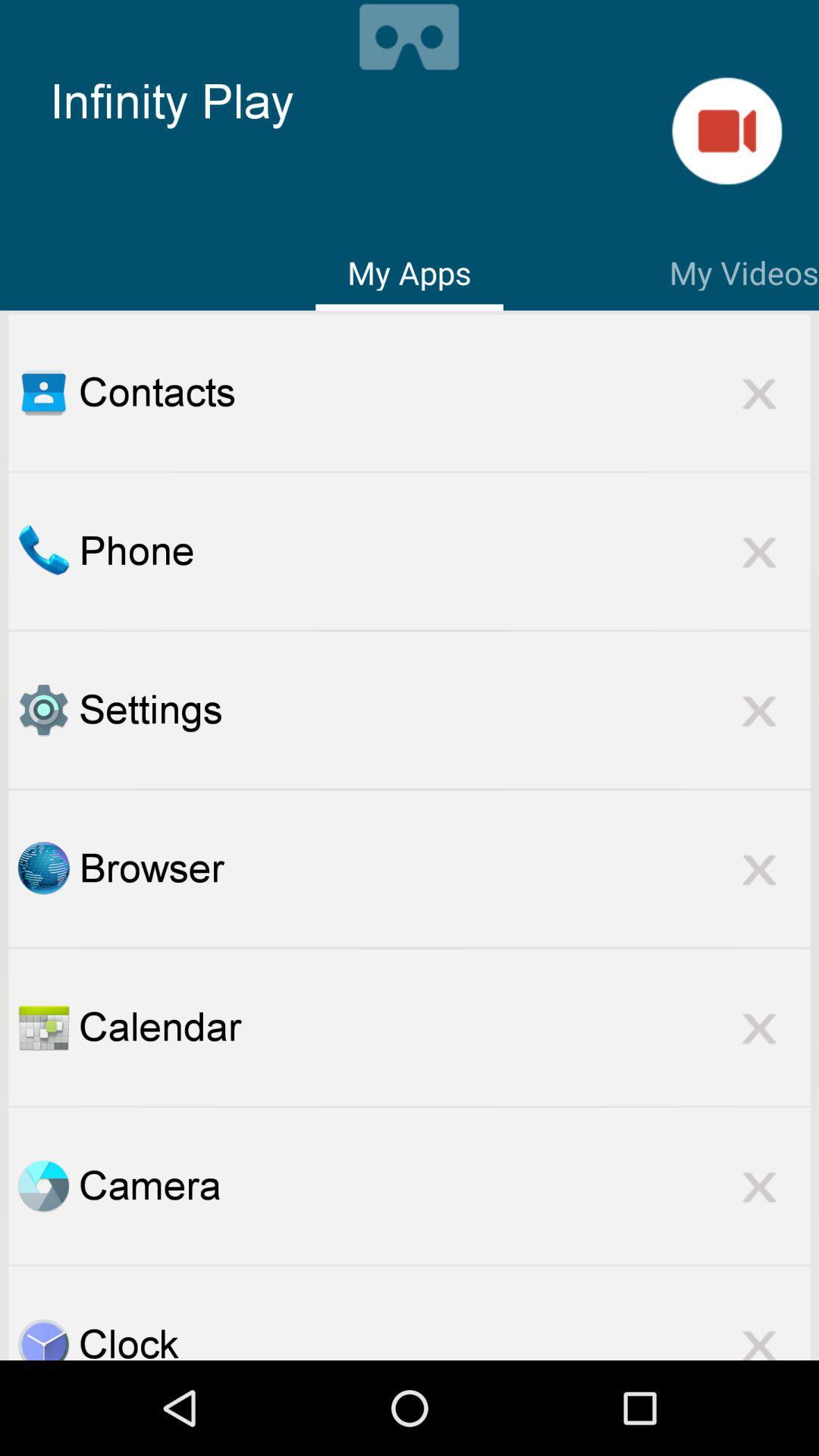 This screenshot has width=819, height=1456. What do you see at coordinates (42, 550) in the screenshot?
I see `number dialing` at bounding box center [42, 550].